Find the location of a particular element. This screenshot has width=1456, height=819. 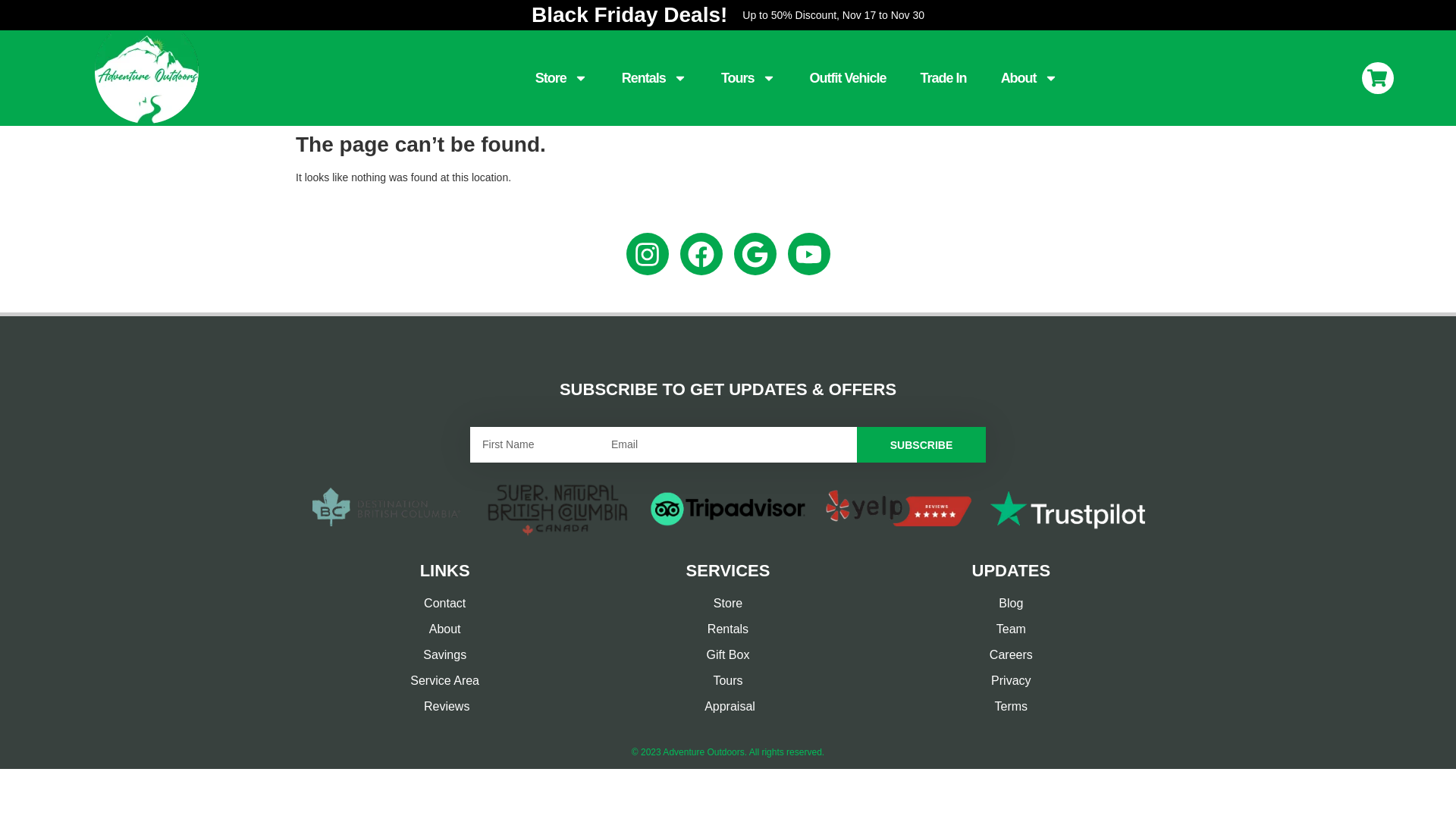

'Blog' is located at coordinates (1011, 602).